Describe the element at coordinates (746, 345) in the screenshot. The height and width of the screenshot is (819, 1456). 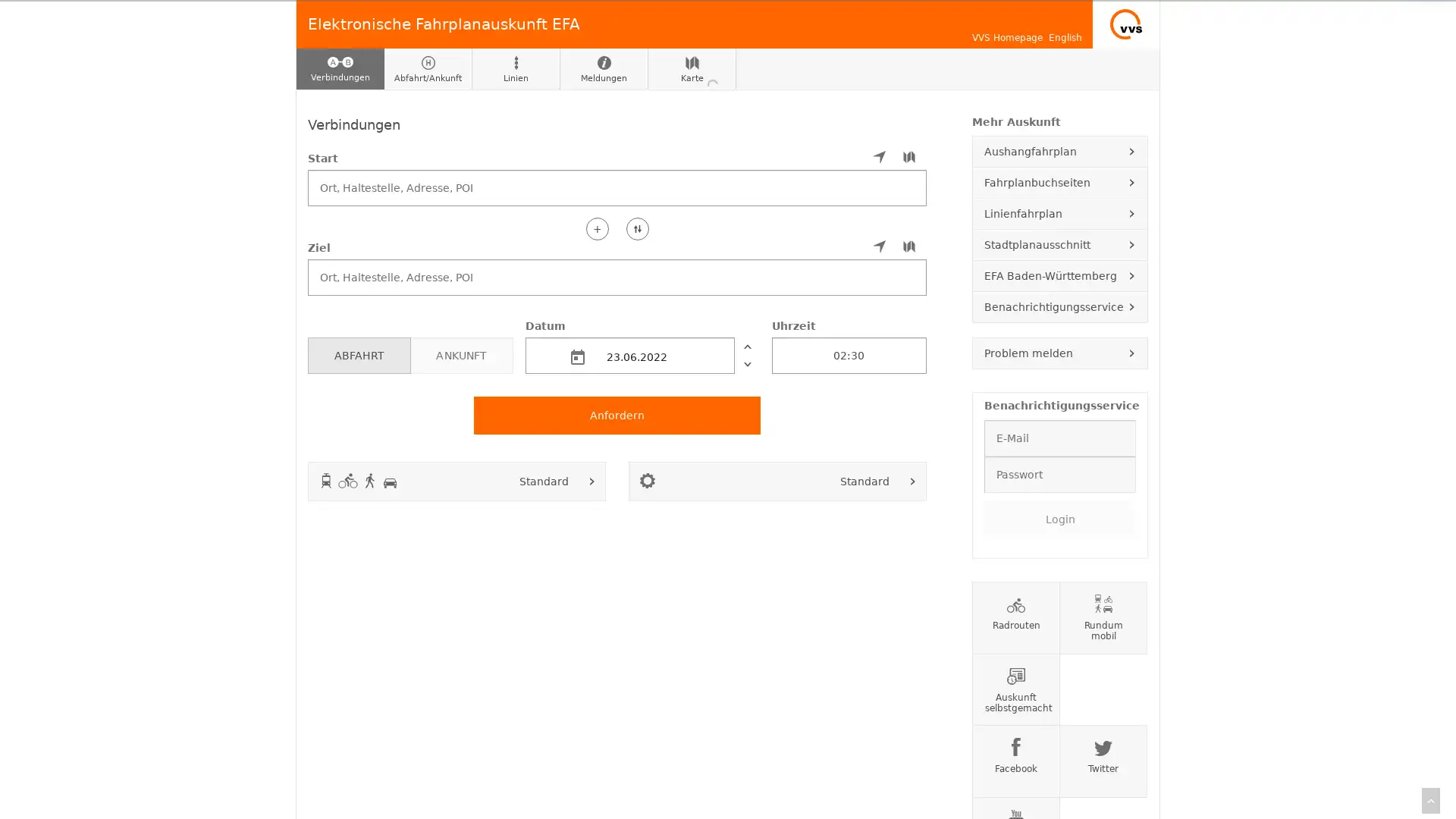
I see `vorher` at that location.